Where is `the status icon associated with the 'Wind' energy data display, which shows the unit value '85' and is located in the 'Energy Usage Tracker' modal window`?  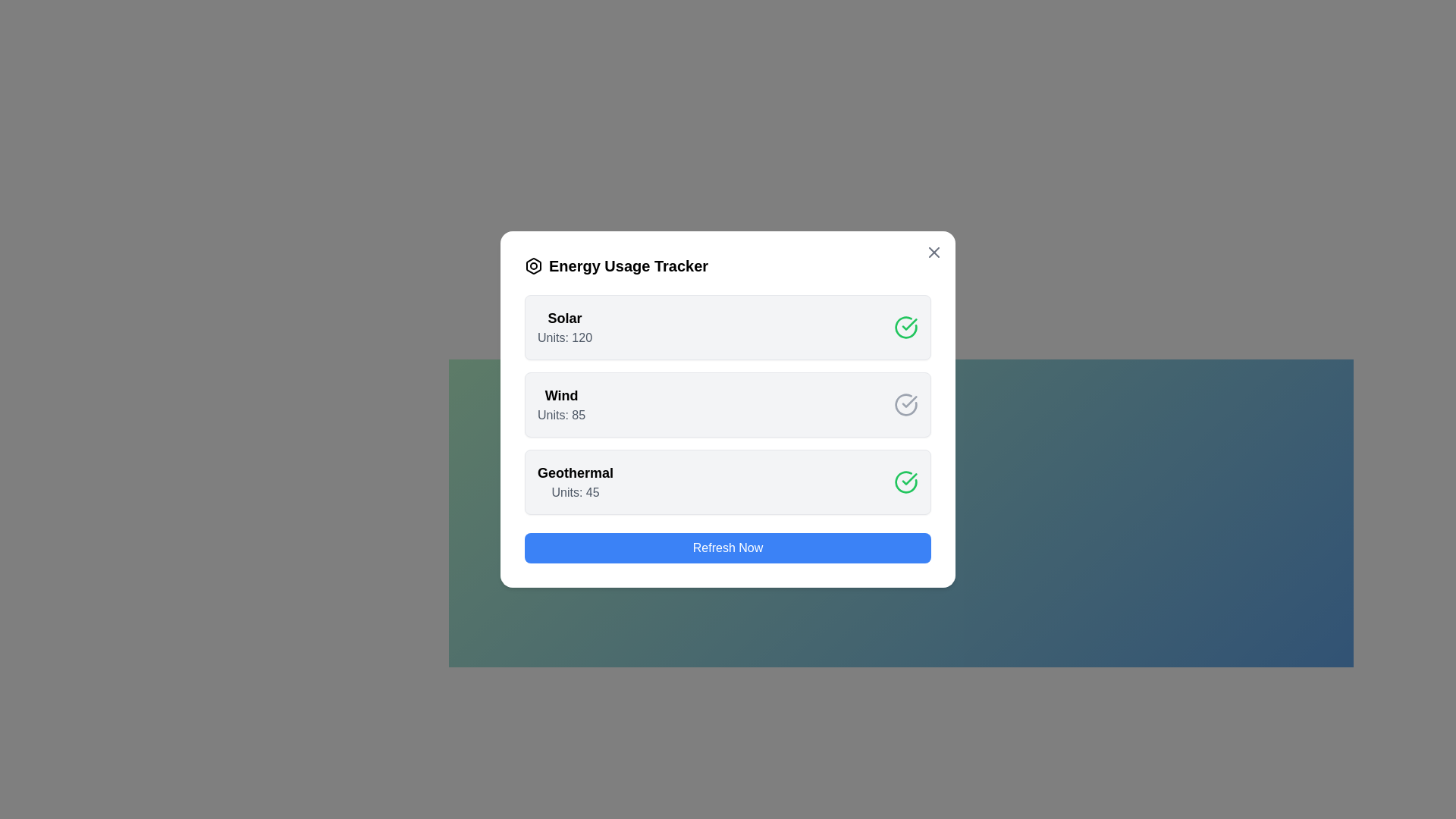
the status icon associated with the 'Wind' energy data display, which shows the unit value '85' and is located in the 'Energy Usage Tracker' modal window is located at coordinates (728, 403).